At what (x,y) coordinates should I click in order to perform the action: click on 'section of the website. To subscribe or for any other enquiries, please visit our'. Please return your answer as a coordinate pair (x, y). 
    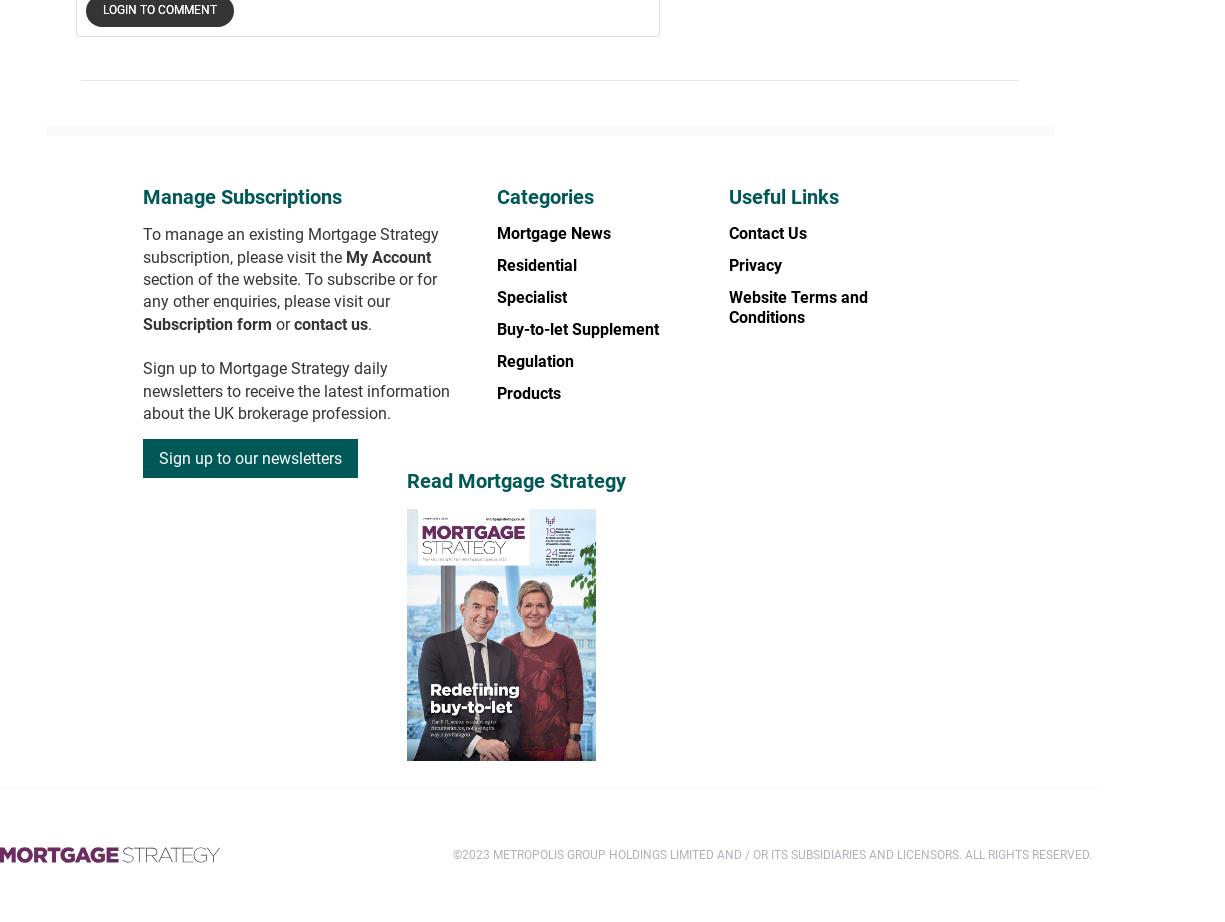
    Looking at the image, I should click on (288, 288).